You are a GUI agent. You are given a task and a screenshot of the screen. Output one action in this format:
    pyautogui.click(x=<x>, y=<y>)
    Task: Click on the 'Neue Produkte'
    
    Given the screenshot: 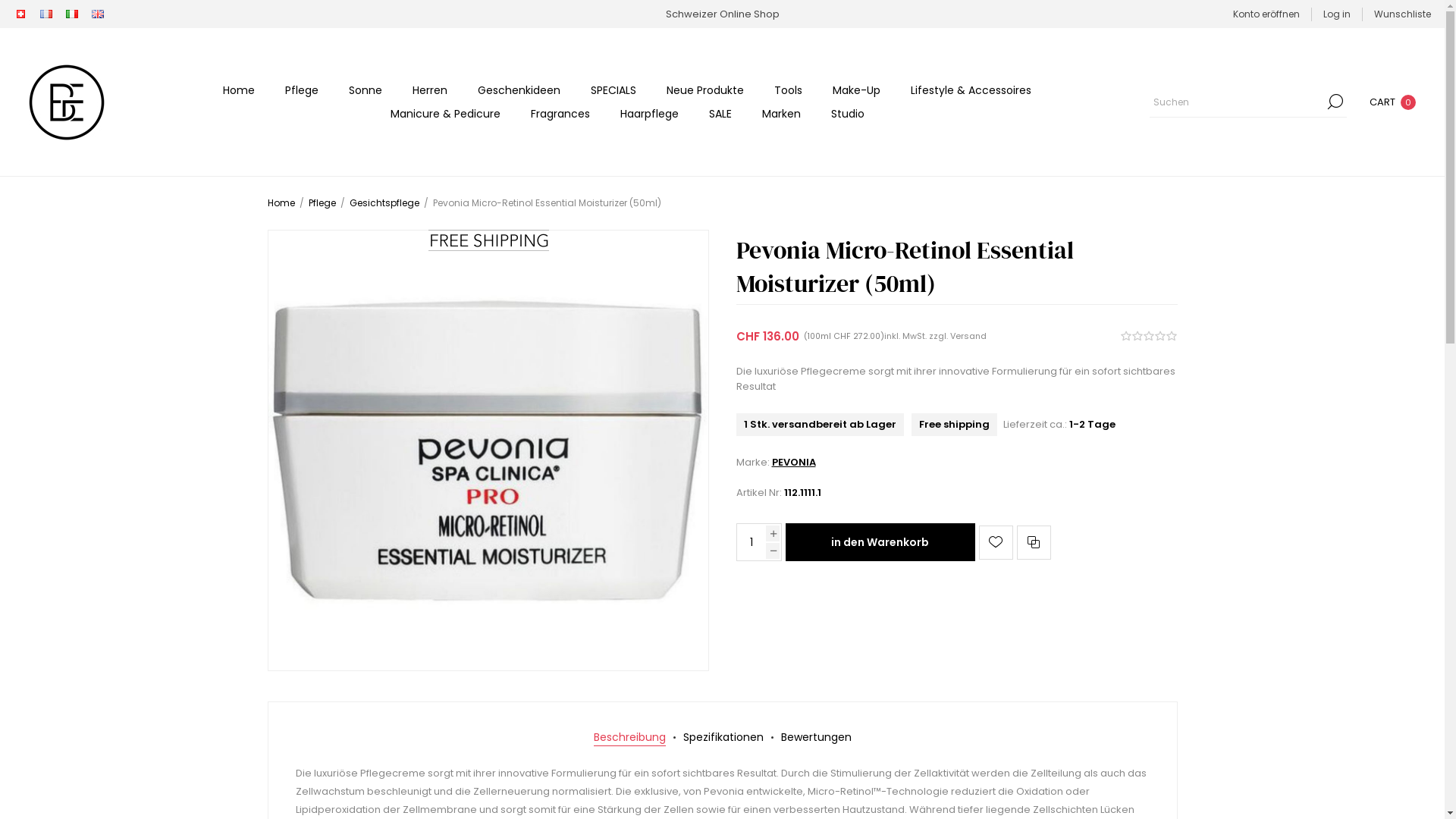 What is the action you would take?
    pyautogui.click(x=704, y=90)
    